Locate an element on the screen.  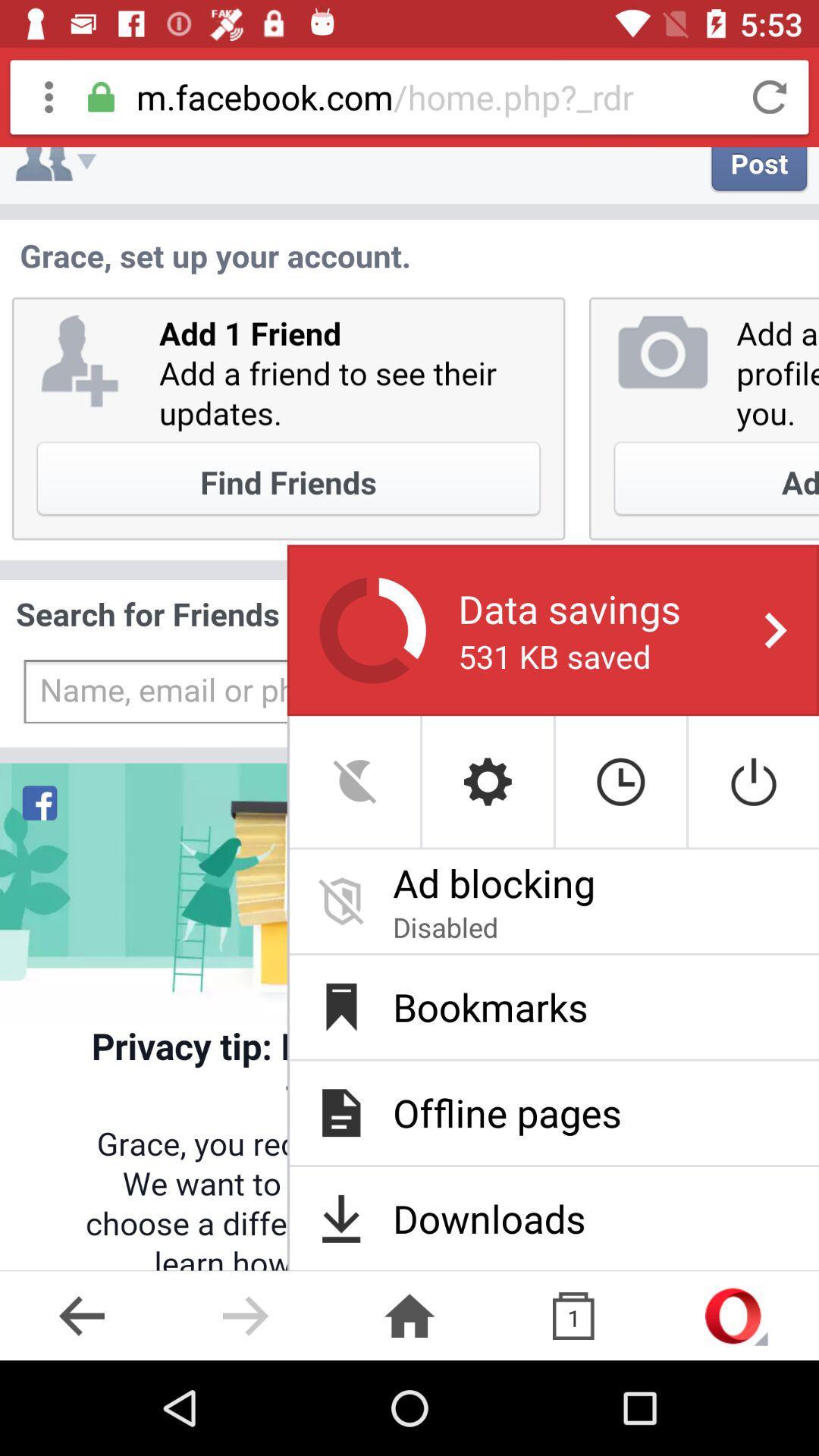
the settings icon is located at coordinates (488, 781).